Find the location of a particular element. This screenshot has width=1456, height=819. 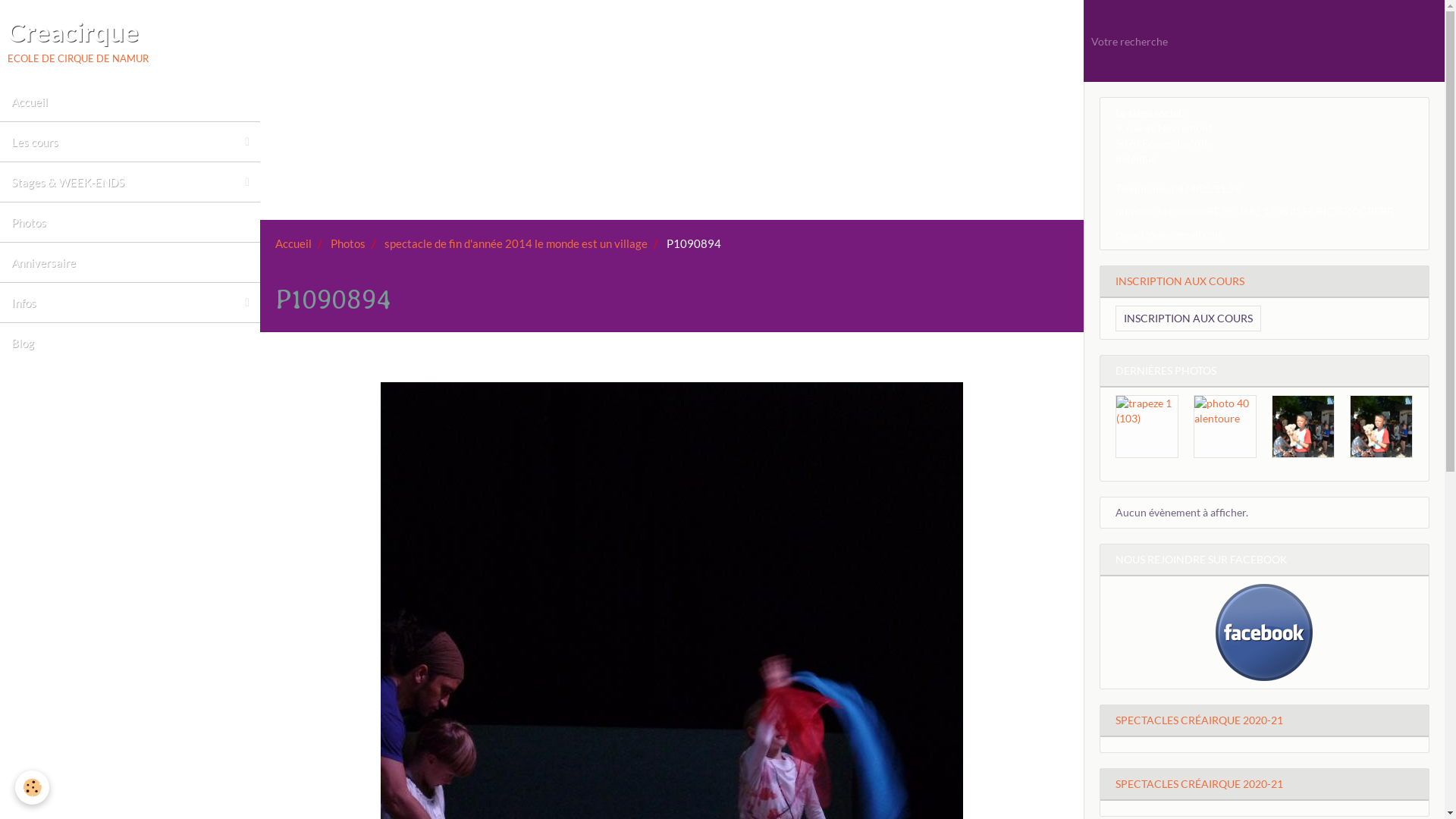

'Accueil' is located at coordinates (130, 102).